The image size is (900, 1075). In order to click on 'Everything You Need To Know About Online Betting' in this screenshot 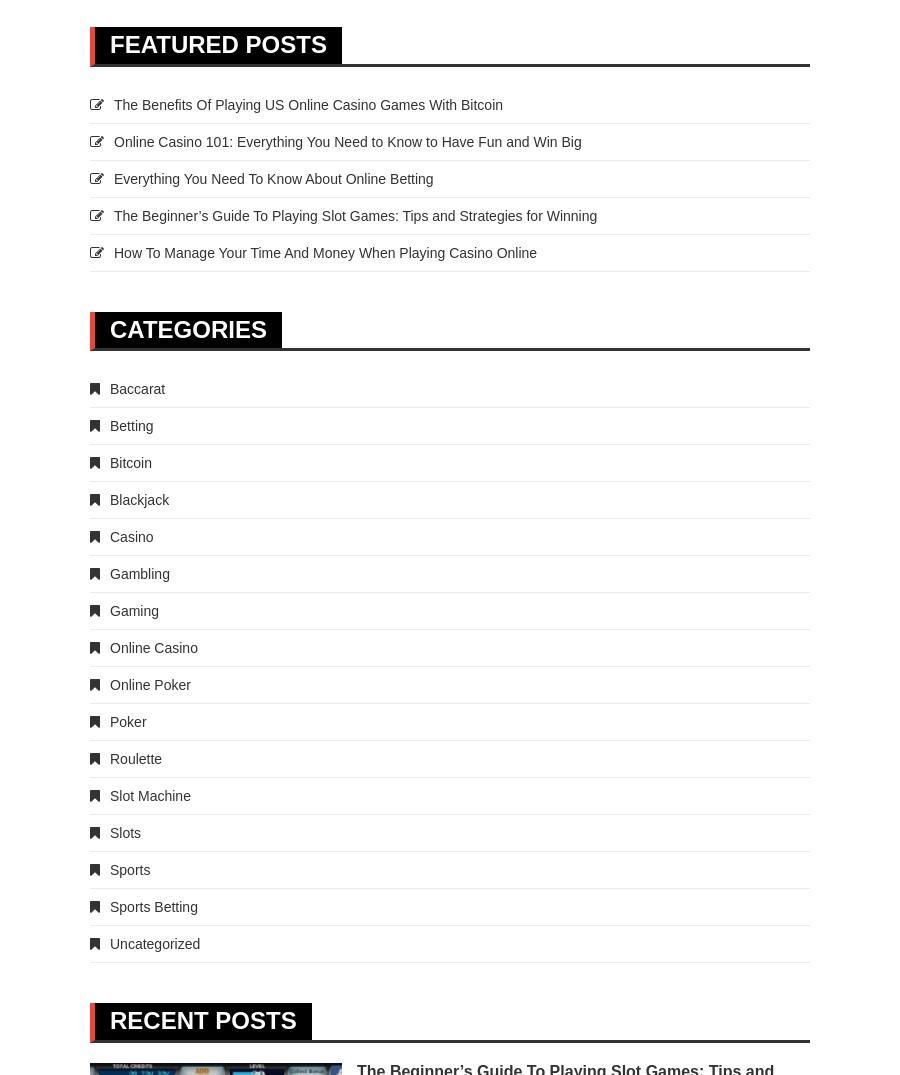, I will do `click(272, 177)`.